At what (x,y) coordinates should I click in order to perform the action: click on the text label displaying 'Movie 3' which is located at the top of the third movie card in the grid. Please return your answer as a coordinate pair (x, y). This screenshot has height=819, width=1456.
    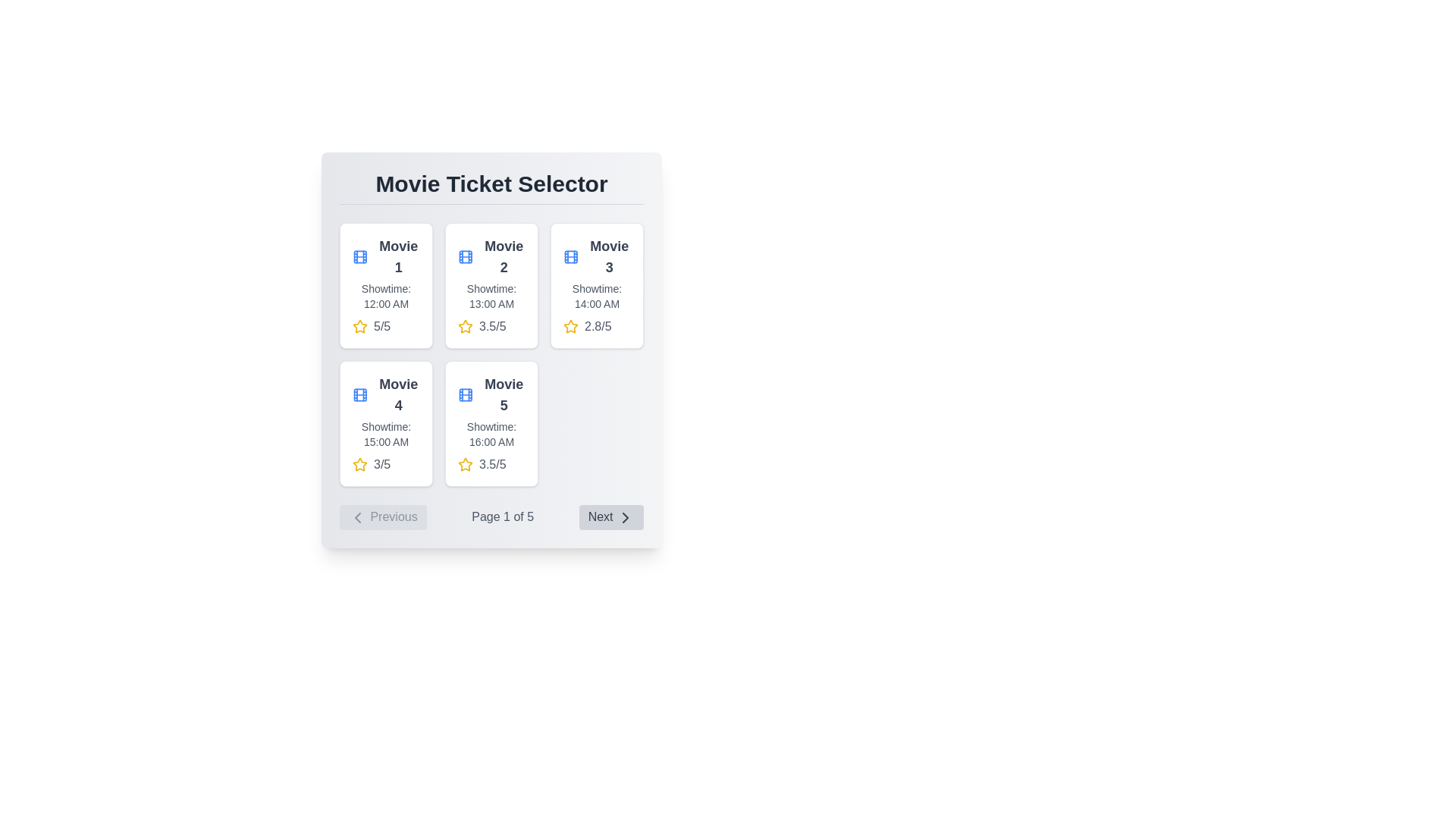
    Looking at the image, I should click on (609, 256).